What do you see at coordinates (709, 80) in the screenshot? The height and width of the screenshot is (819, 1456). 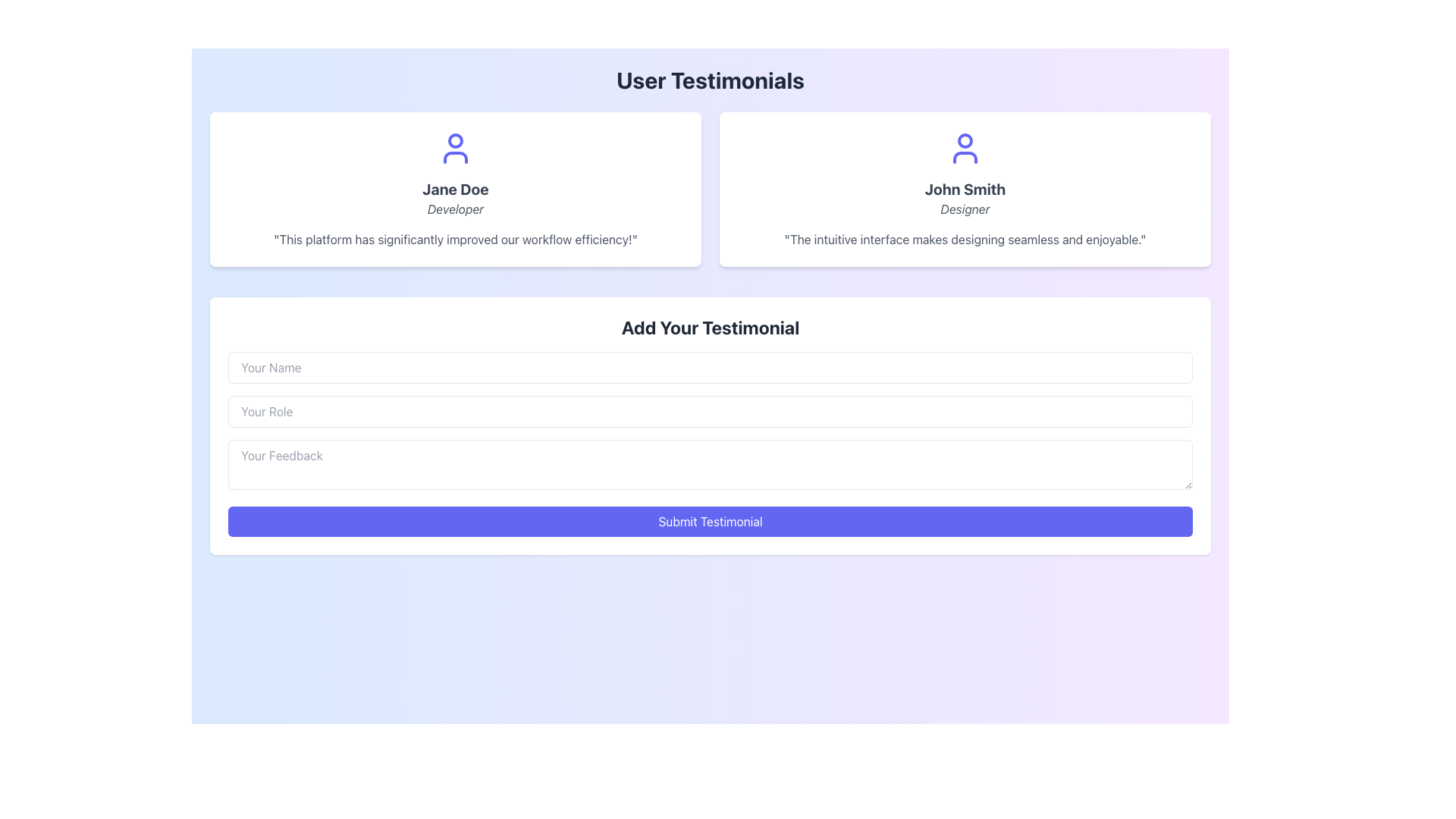 I see `the large text label displaying 'User Testimonials', which is styled in bold and positioned at the top-center of its section, serving as a header` at bounding box center [709, 80].